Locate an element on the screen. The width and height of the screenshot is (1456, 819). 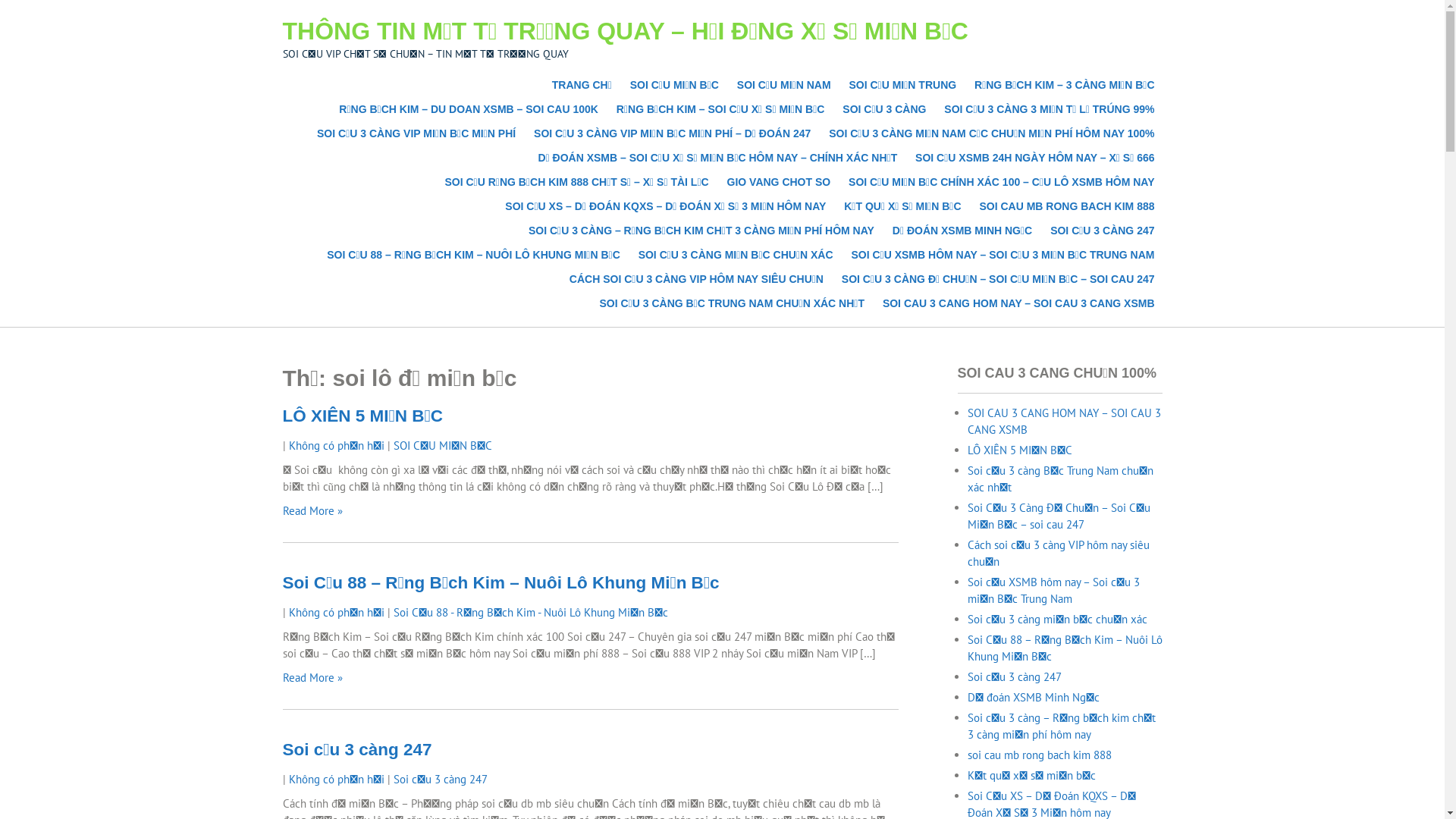
'GIO VANG CHOT SO' is located at coordinates (779, 180).